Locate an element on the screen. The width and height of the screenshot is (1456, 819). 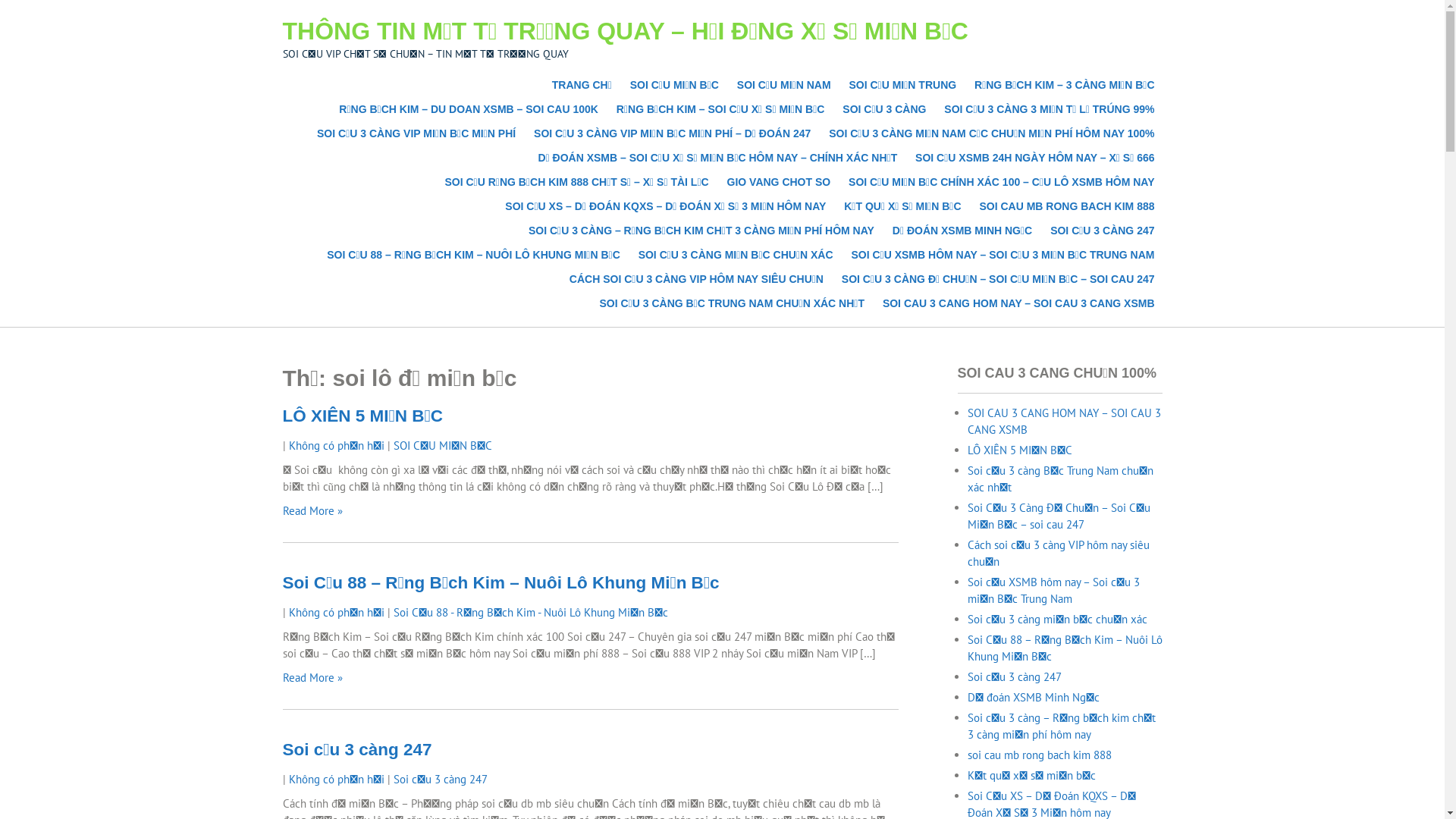
'GIO VANG CHOT SO' is located at coordinates (779, 180).